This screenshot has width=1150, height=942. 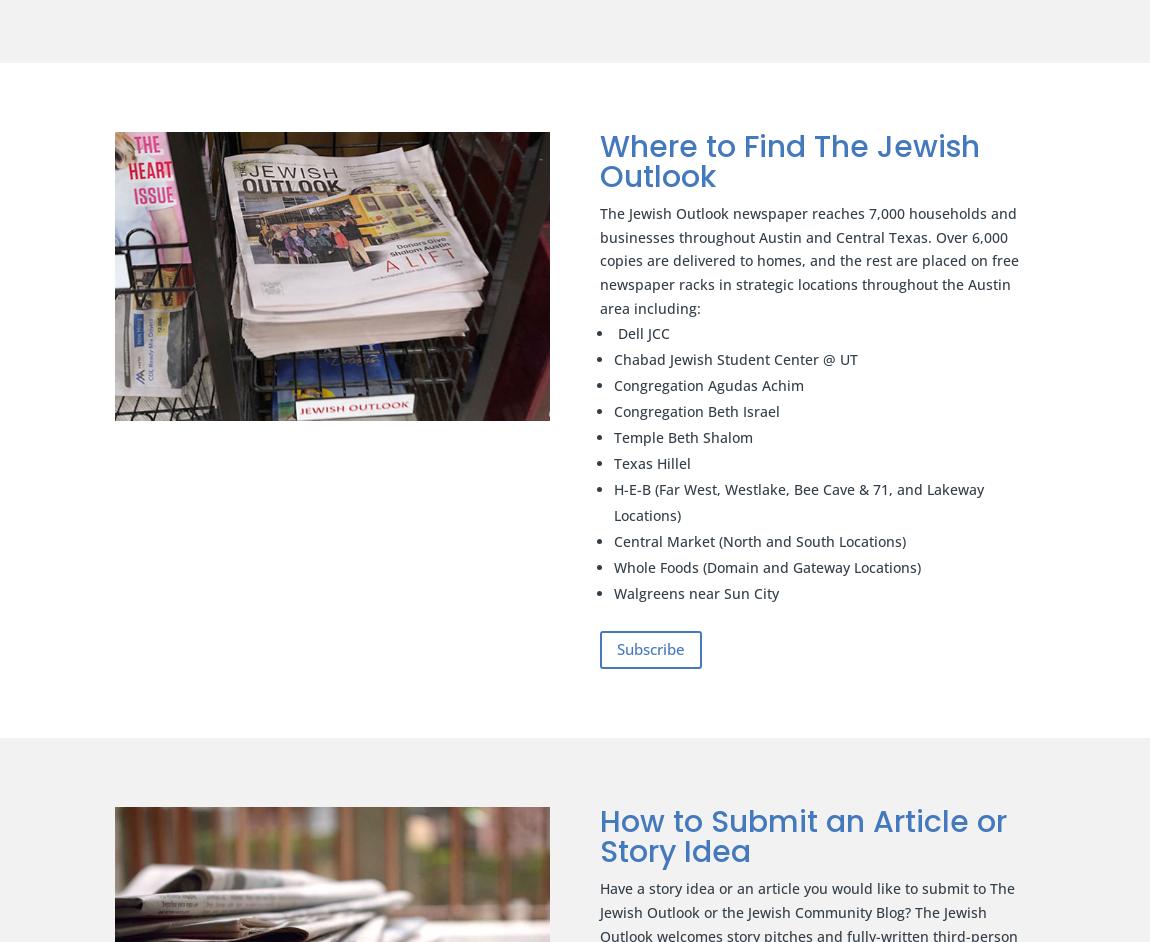 I want to click on 'Where to Find The Jewish Outlook', so click(x=598, y=159).